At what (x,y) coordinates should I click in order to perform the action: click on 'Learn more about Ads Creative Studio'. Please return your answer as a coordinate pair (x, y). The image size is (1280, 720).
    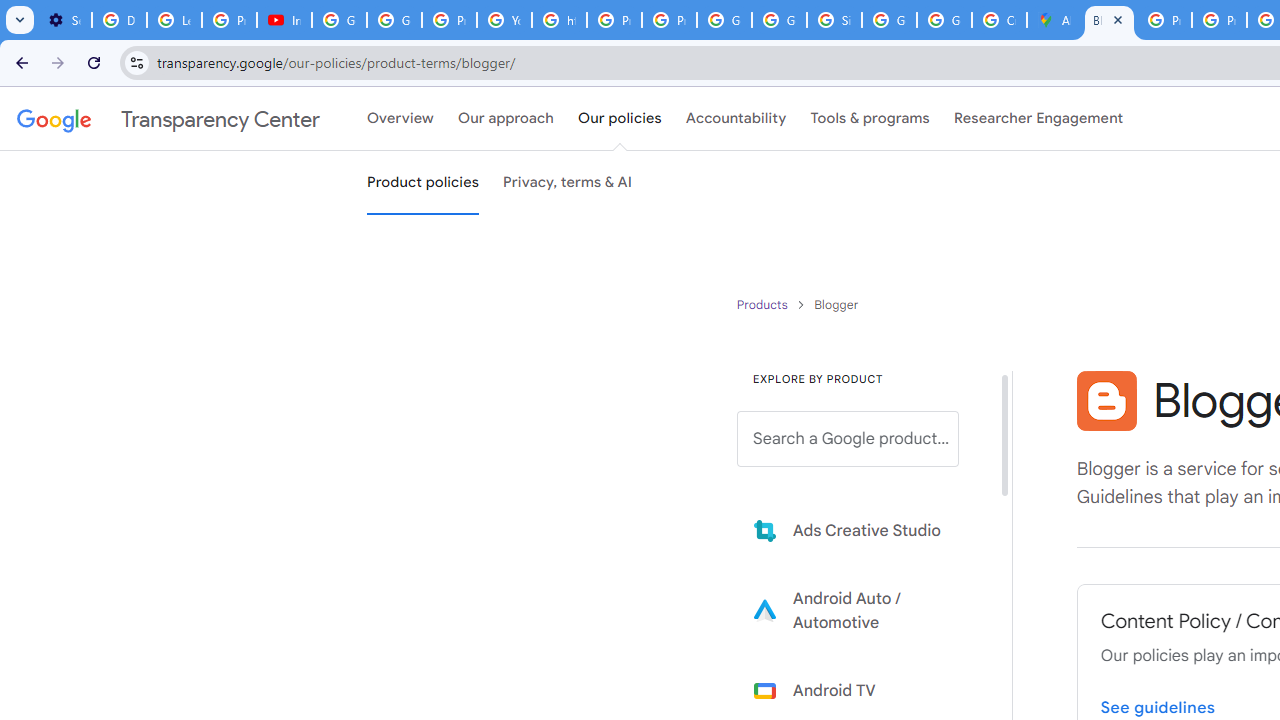
    Looking at the image, I should click on (862, 530).